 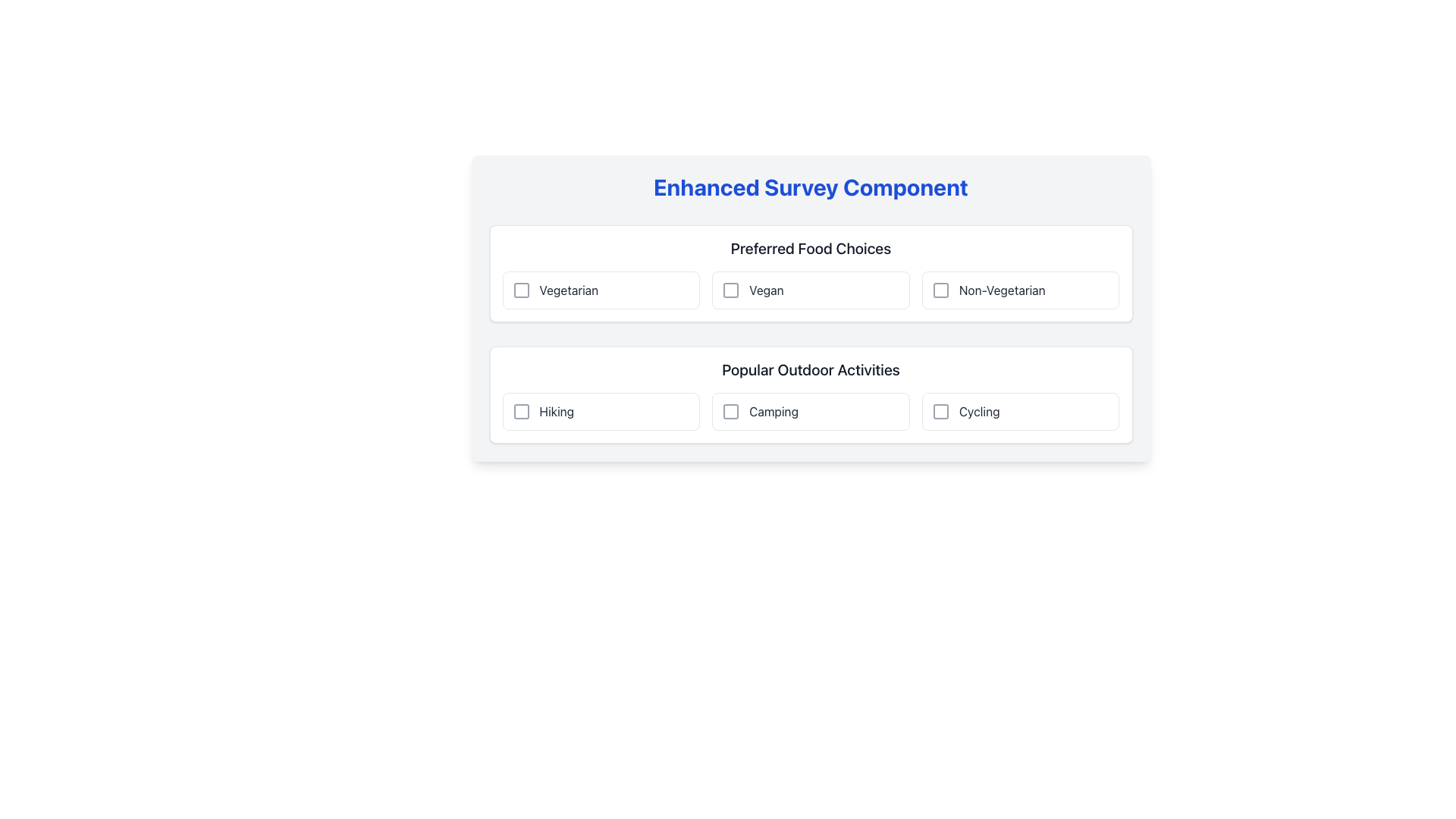 What do you see at coordinates (521, 290) in the screenshot?
I see `the first checkbox in the 'Preferred Food Choices' section, located to the left of the 'Vegetarian' label` at bounding box center [521, 290].